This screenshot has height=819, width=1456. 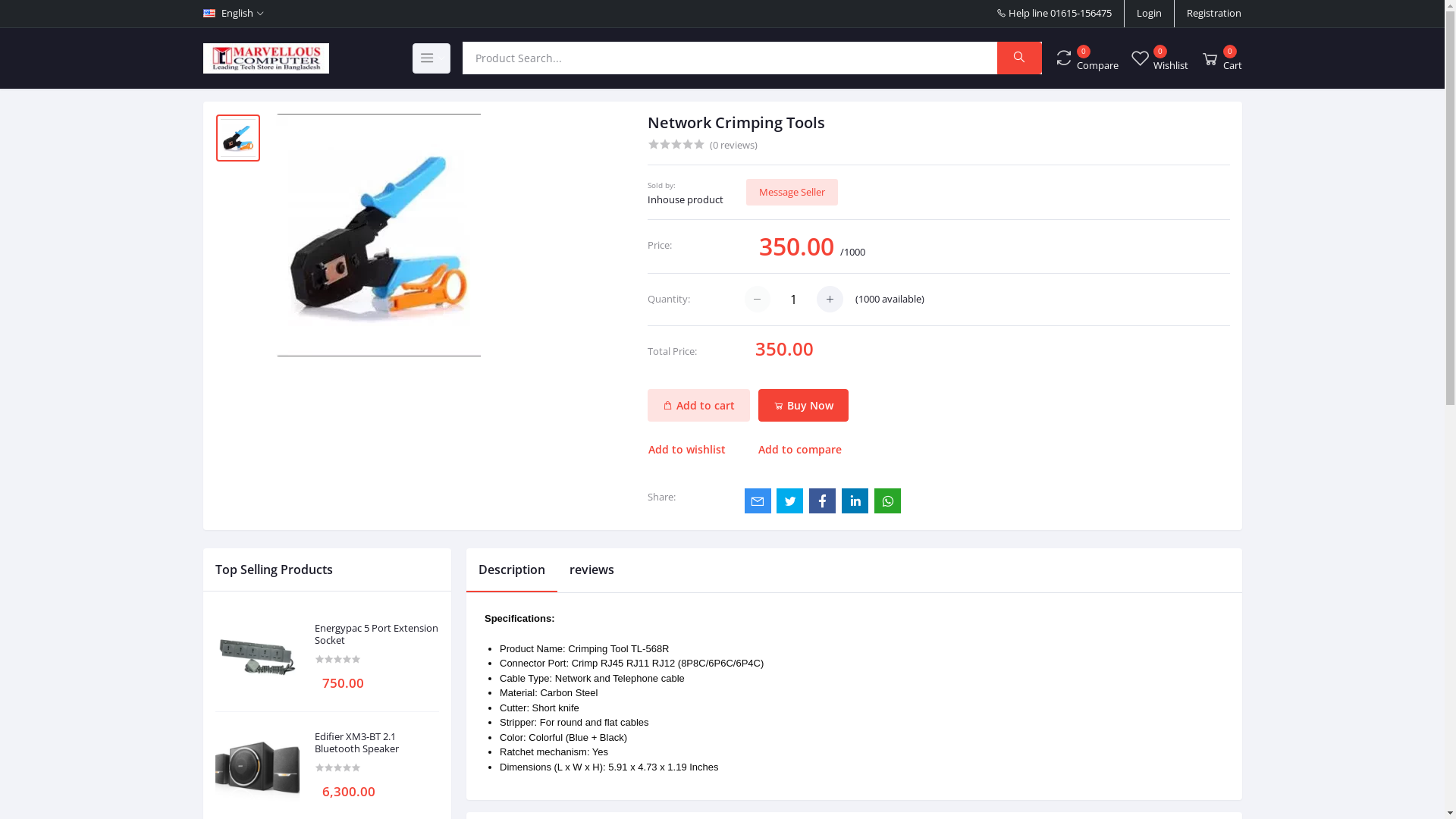 I want to click on '0, so click(x=1157, y=57).